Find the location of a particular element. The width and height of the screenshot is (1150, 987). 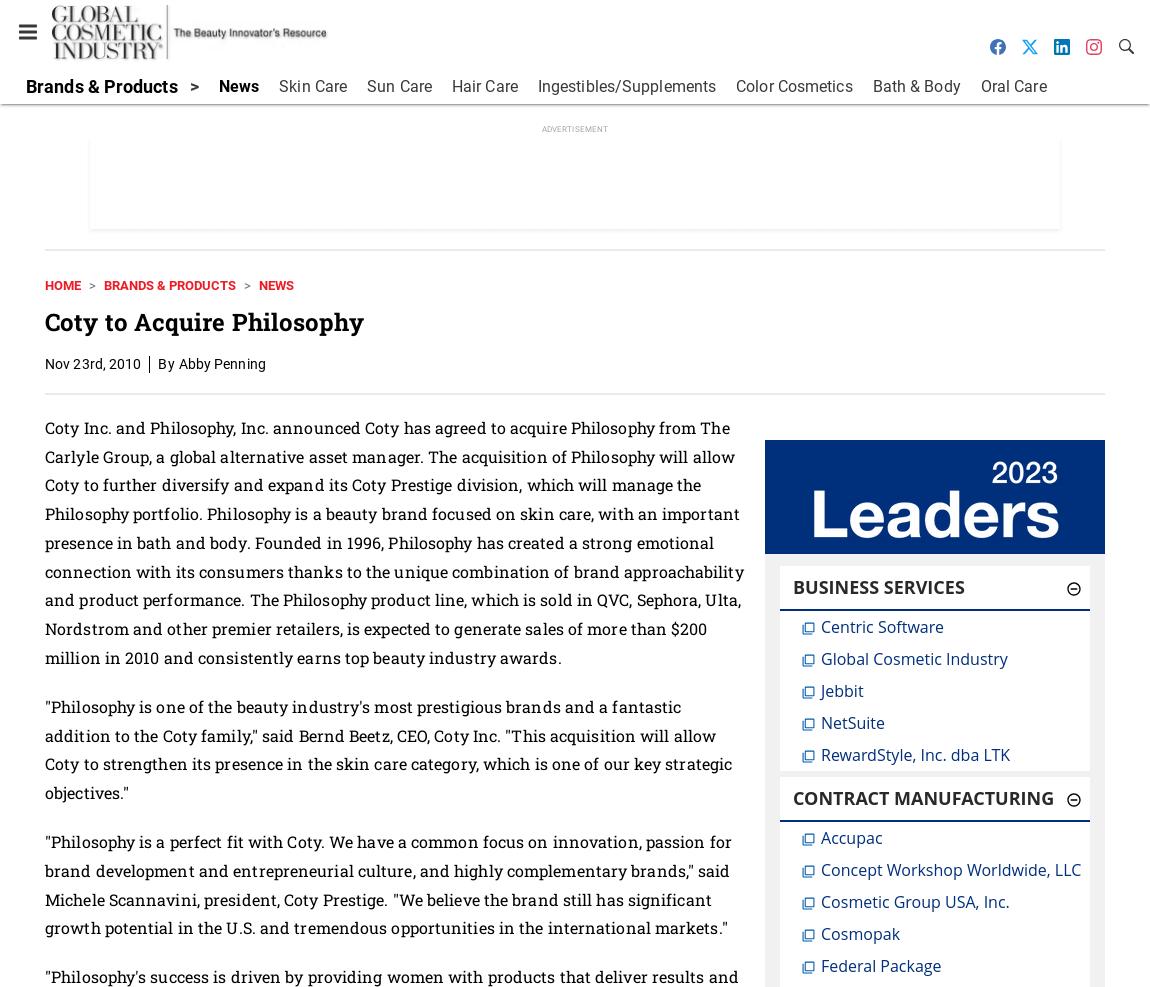

'Coty Inc. and Philosophy, Inc. announced Coty has agreed to acquire Philosophy from The Carlyle Group, a global alternative asset manager. The acquisition of Philosophy will allow Coty to further diversify and expand its Coty Prestige division, which will manage the Philosophy portfolio. Philosophy is a beauty brand focused on skin care, with an important presence in bath and body. Founded in 1996, Philosophy has created a strong emotional connection with its consumers thanks to the unique combination of brand approachability and product performance. The Philosophy product line, which is sold in QVC, Sephora, Ulta, Nordstrom and other premier retailers, is expected to generate sales of more than $200 million in 2010 and consistently earns top beauty industry awards.' is located at coordinates (393, 541).